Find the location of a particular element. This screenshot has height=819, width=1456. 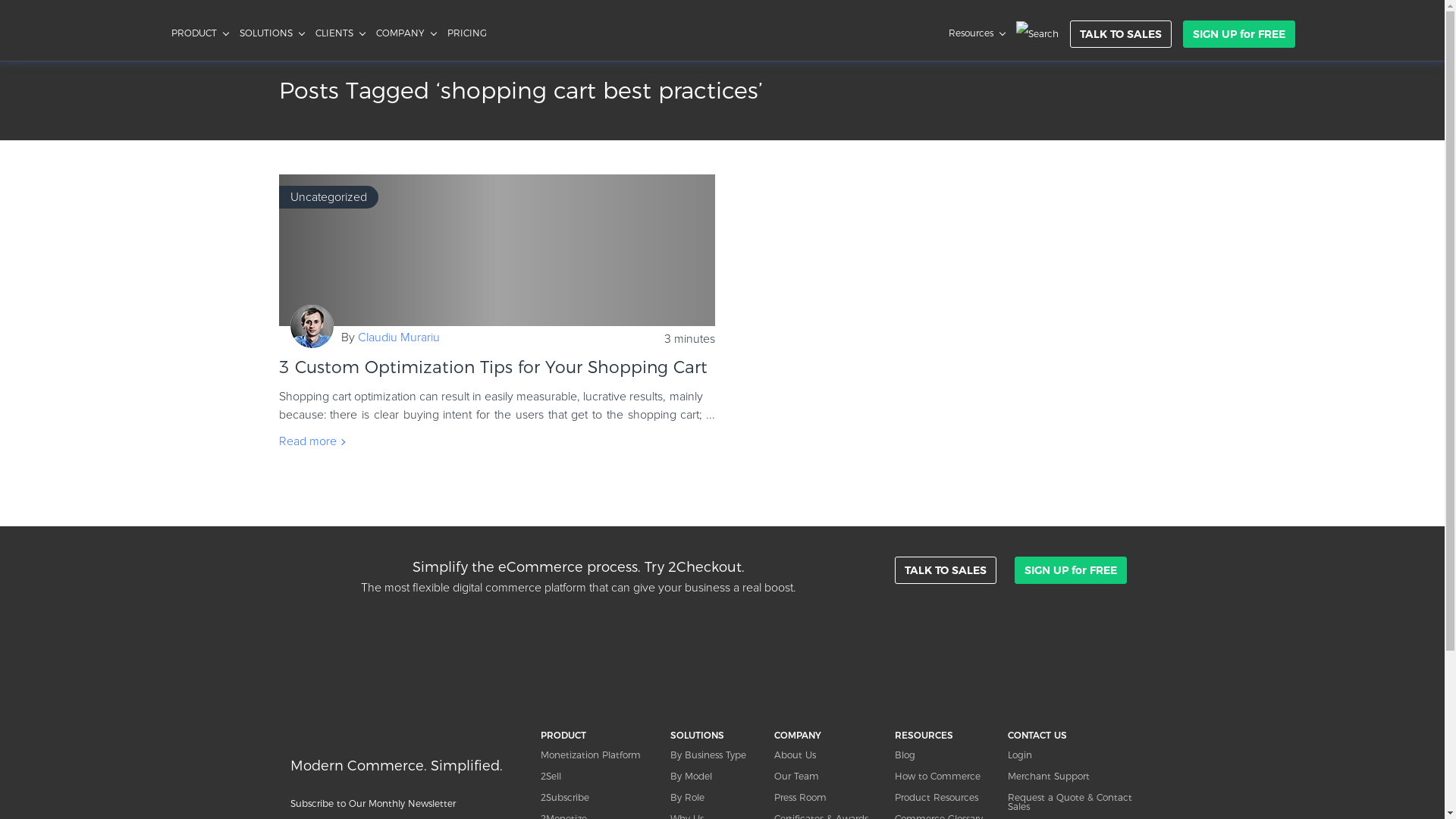

'About Us' is located at coordinates (774, 755).